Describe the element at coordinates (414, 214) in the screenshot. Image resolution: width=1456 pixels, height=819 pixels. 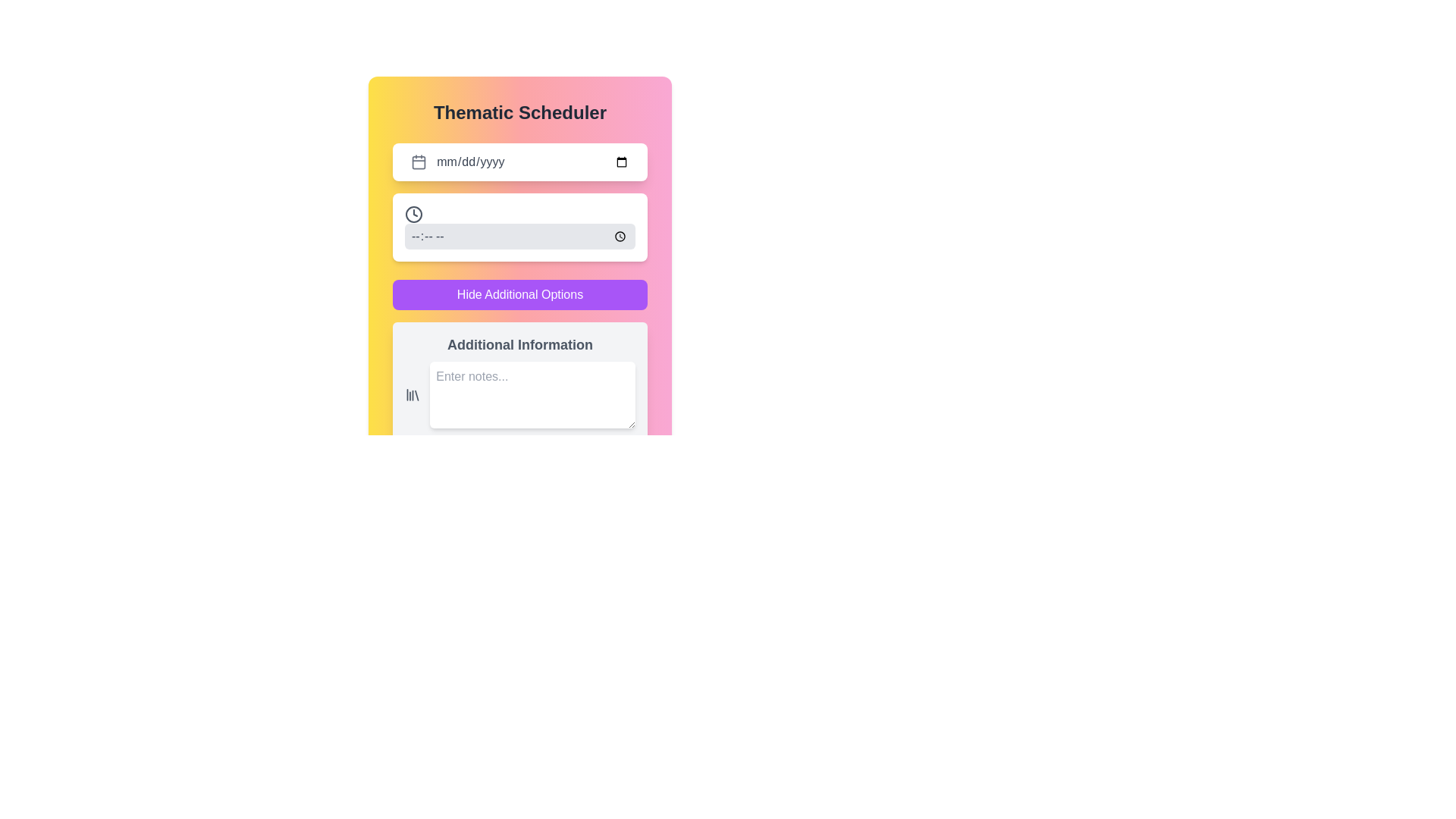
I see `the clock icon, which features a circular outline and two hands indicating time, located to the left of a time input field beneath a date input component` at that location.